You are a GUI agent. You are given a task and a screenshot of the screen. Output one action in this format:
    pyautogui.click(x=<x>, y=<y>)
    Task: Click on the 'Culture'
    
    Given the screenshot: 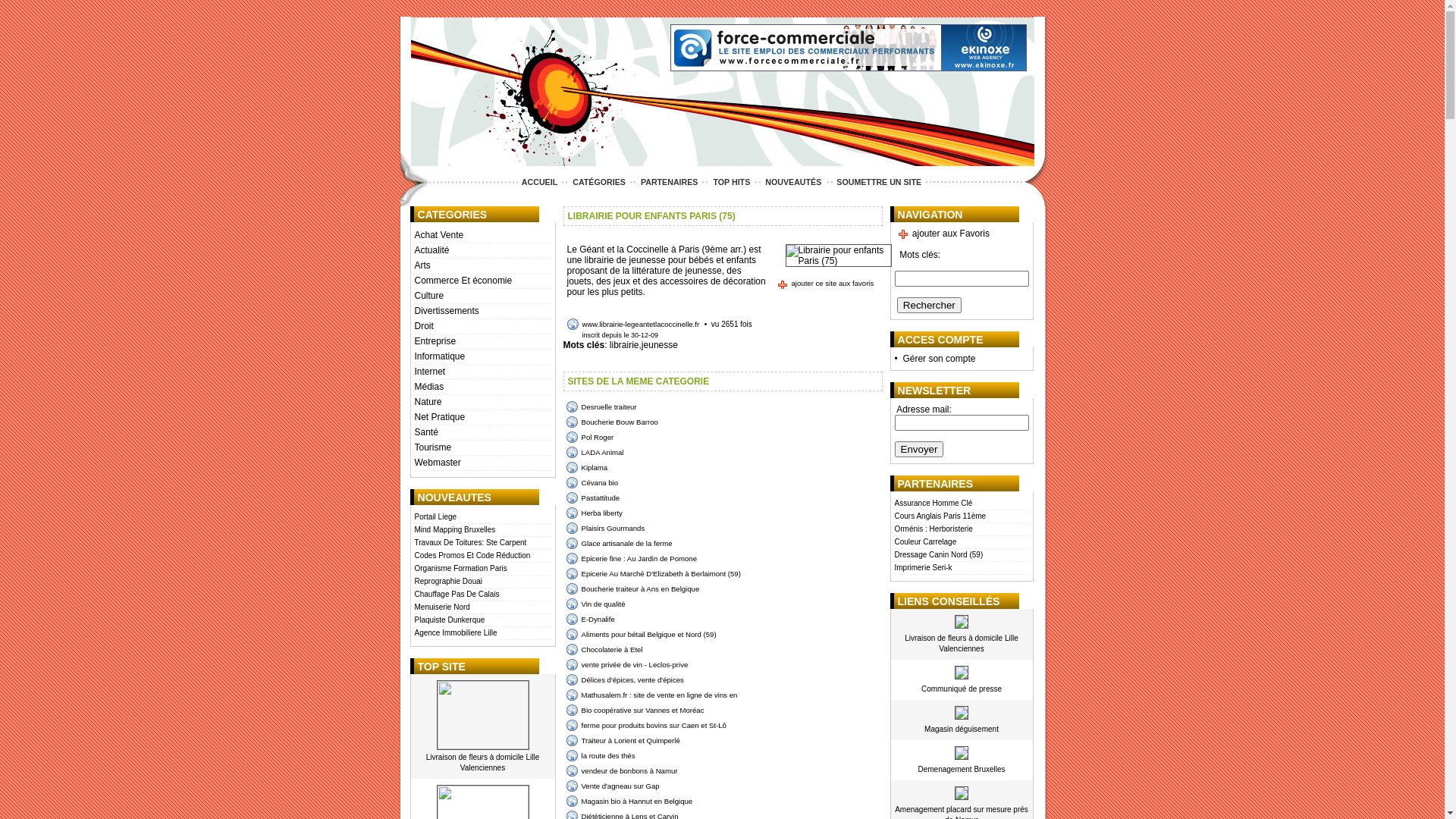 What is the action you would take?
    pyautogui.click(x=481, y=296)
    